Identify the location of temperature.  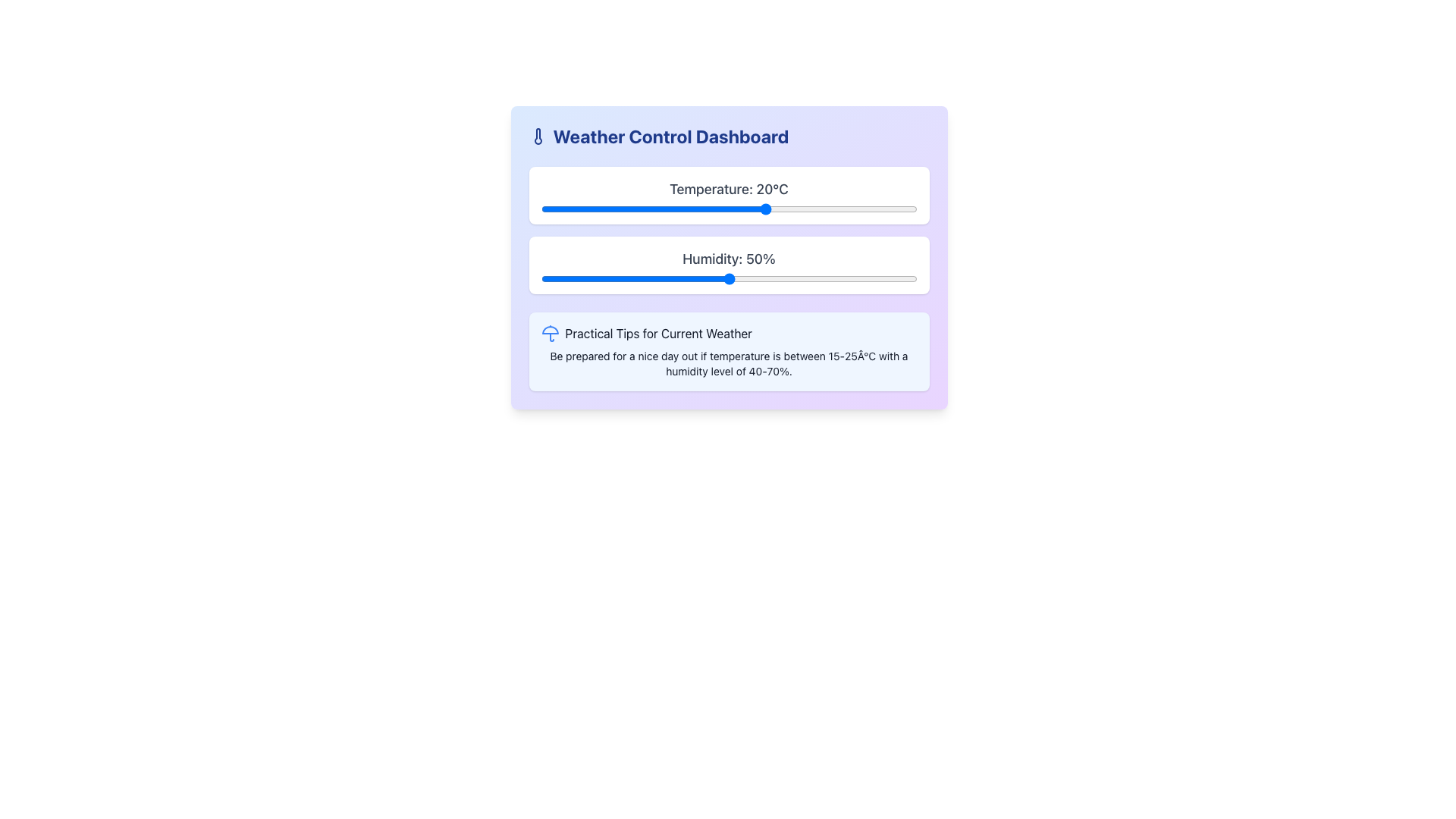
(811, 209).